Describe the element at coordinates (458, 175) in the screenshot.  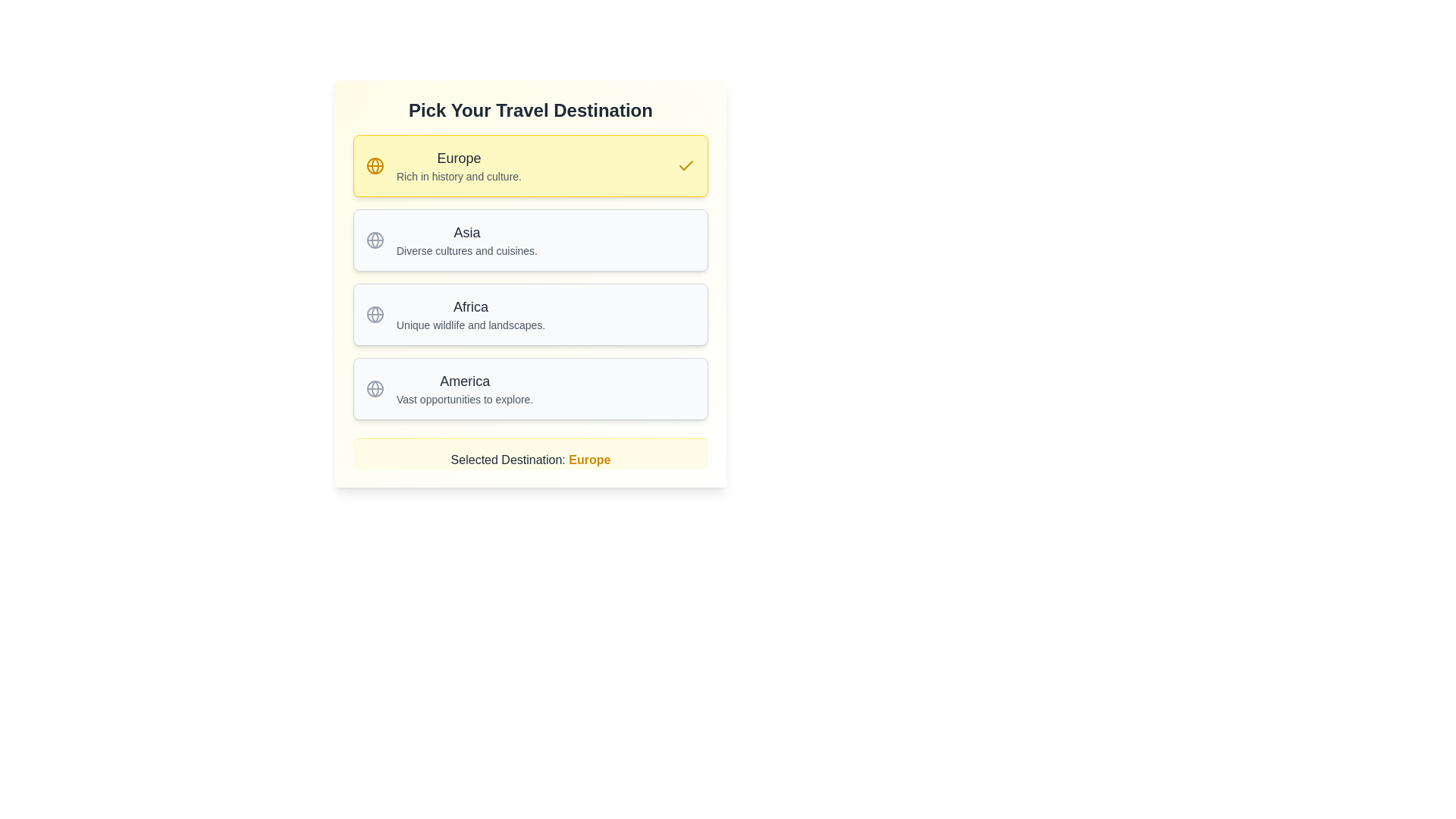
I see `the text component that says 'Rich in history and culture.' which is styled in a small font size and light gray color, located below the heading 'Europe' within a yellow background card` at that location.